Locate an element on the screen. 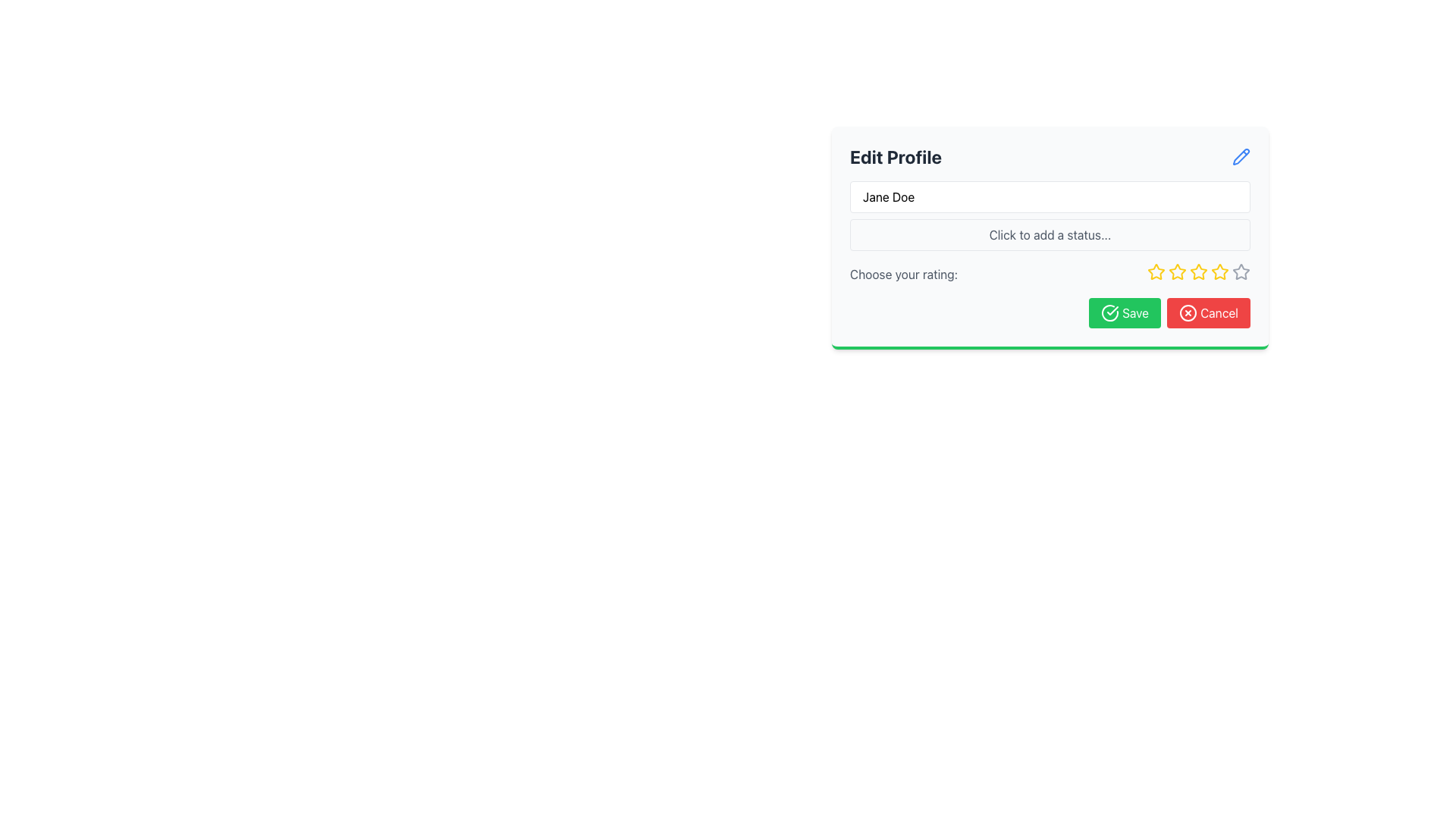 The height and width of the screenshot is (819, 1456). the fifth star icon from the right in the row of star rating icons is located at coordinates (1241, 271).